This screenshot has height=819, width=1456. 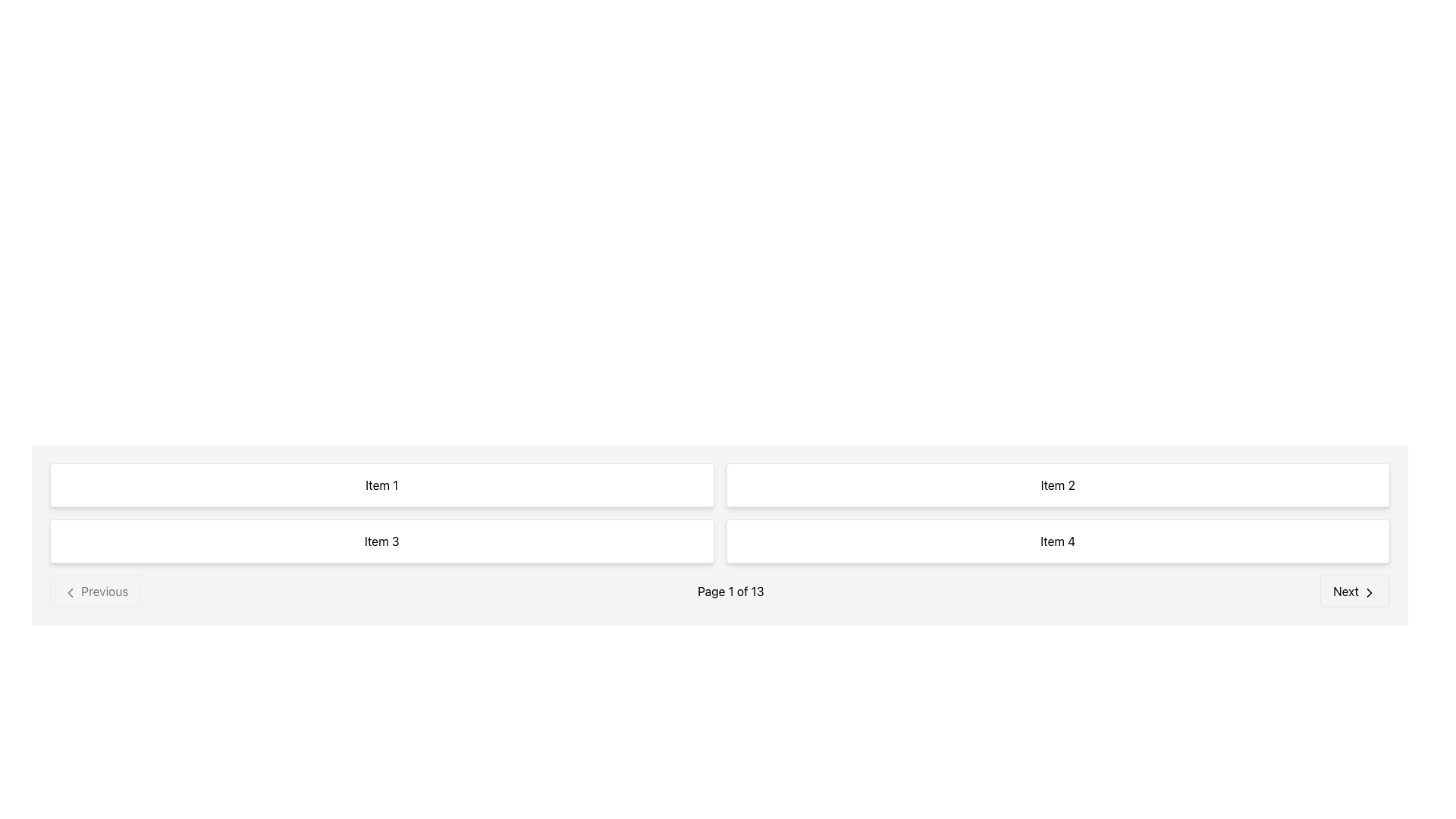 What do you see at coordinates (1369, 591) in the screenshot?
I see `the chevron icon located to the right of the 'Next' text on the 'Next' button in the bottom right corner of the interface to initiate navigation` at bounding box center [1369, 591].